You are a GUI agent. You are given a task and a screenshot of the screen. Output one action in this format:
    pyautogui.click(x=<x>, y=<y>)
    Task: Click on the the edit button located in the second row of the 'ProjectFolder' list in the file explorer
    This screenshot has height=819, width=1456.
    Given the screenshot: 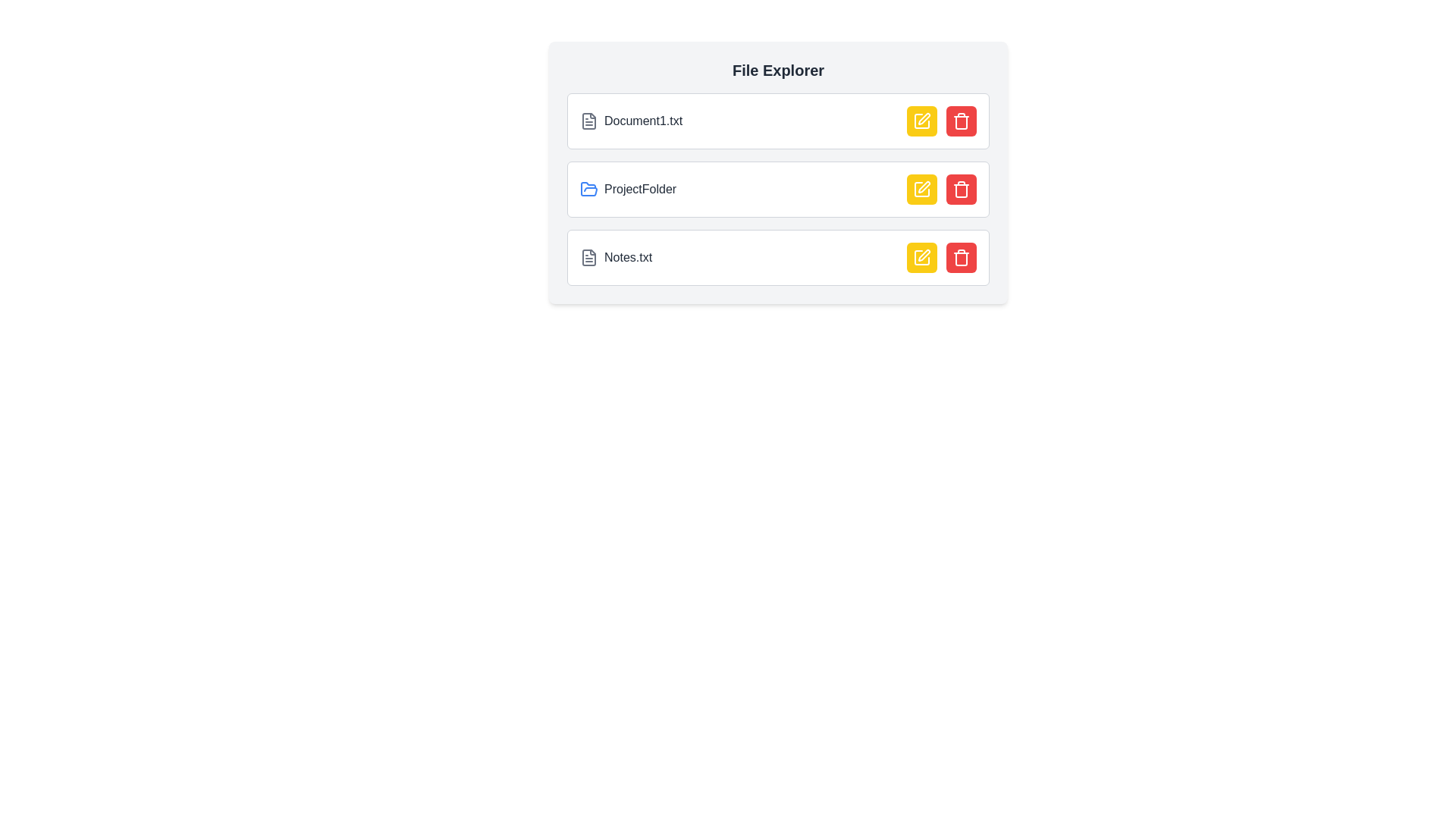 What is the action you would take?
    pyautogui.click(x=921, y=189)
    